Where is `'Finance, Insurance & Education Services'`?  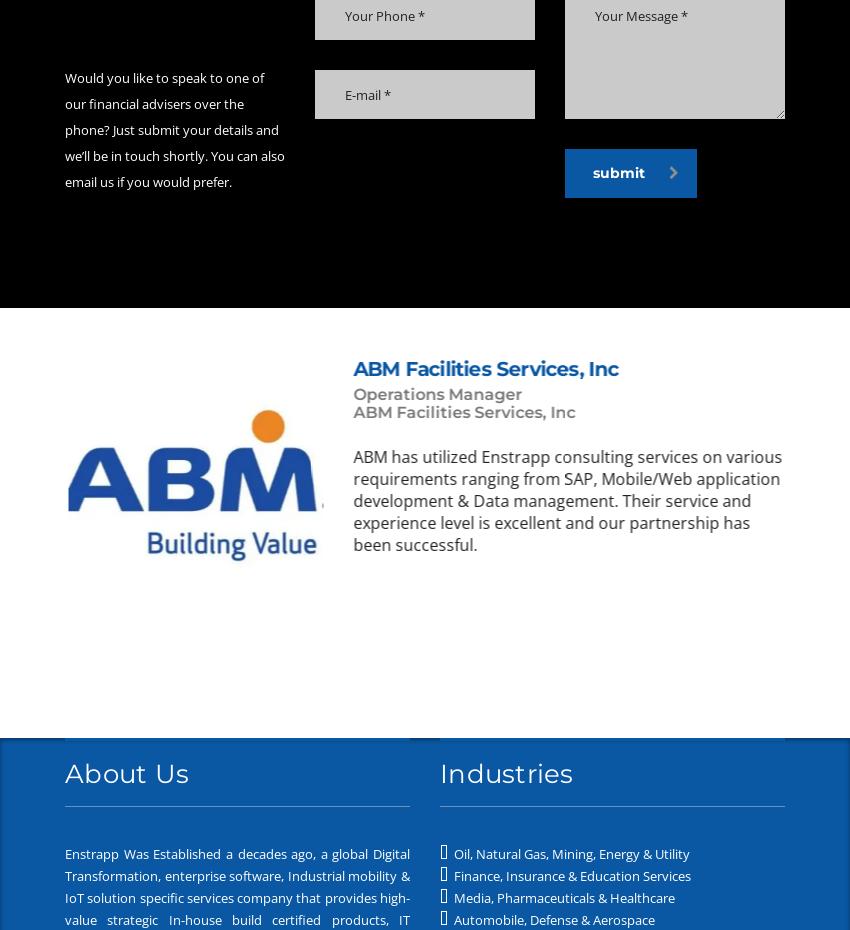 'Finance, Insurance & Education Services' is located at coordinates (569, 875).